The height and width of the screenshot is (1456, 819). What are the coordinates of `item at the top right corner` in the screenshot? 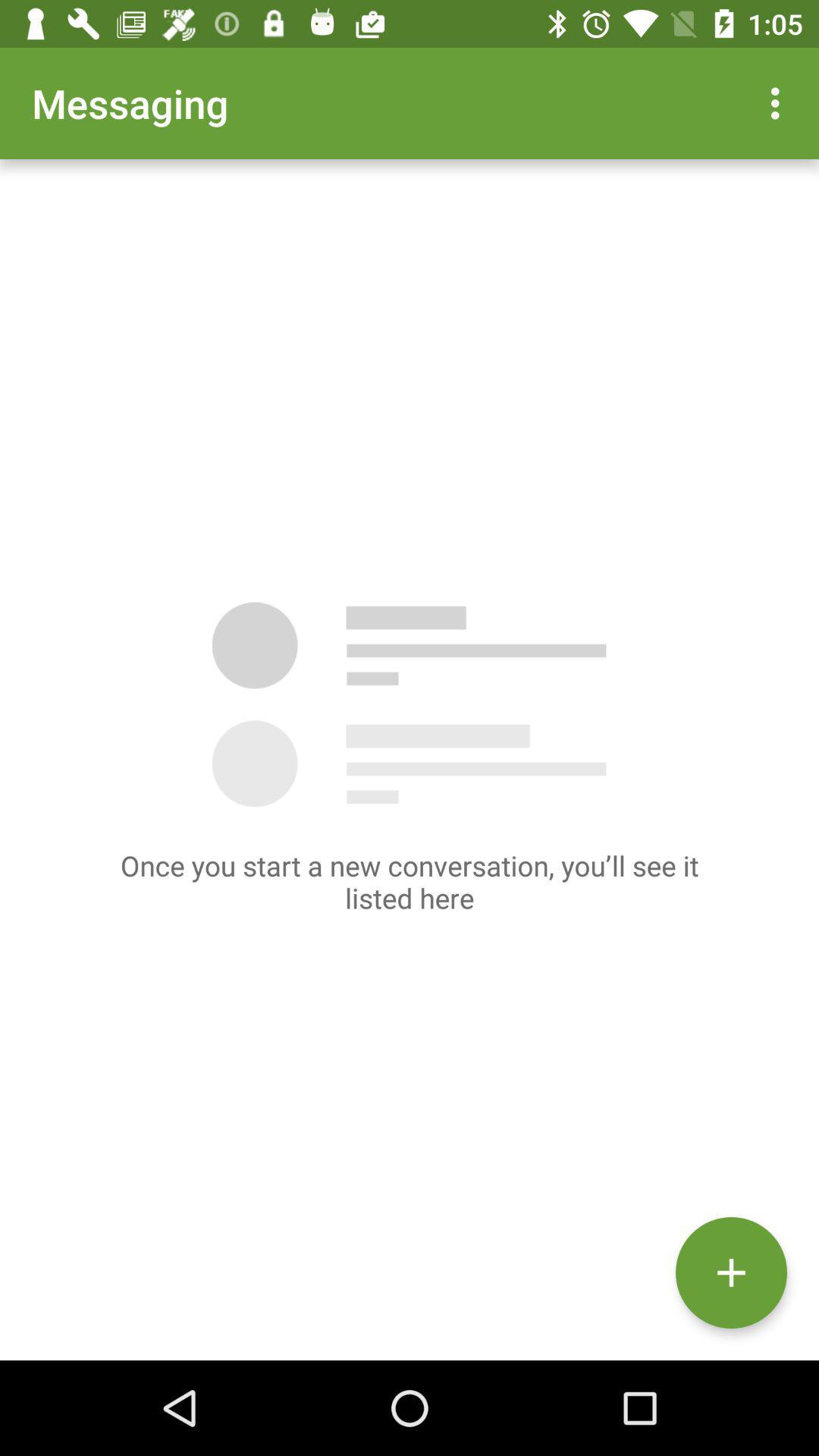 It's located at (779, 102).